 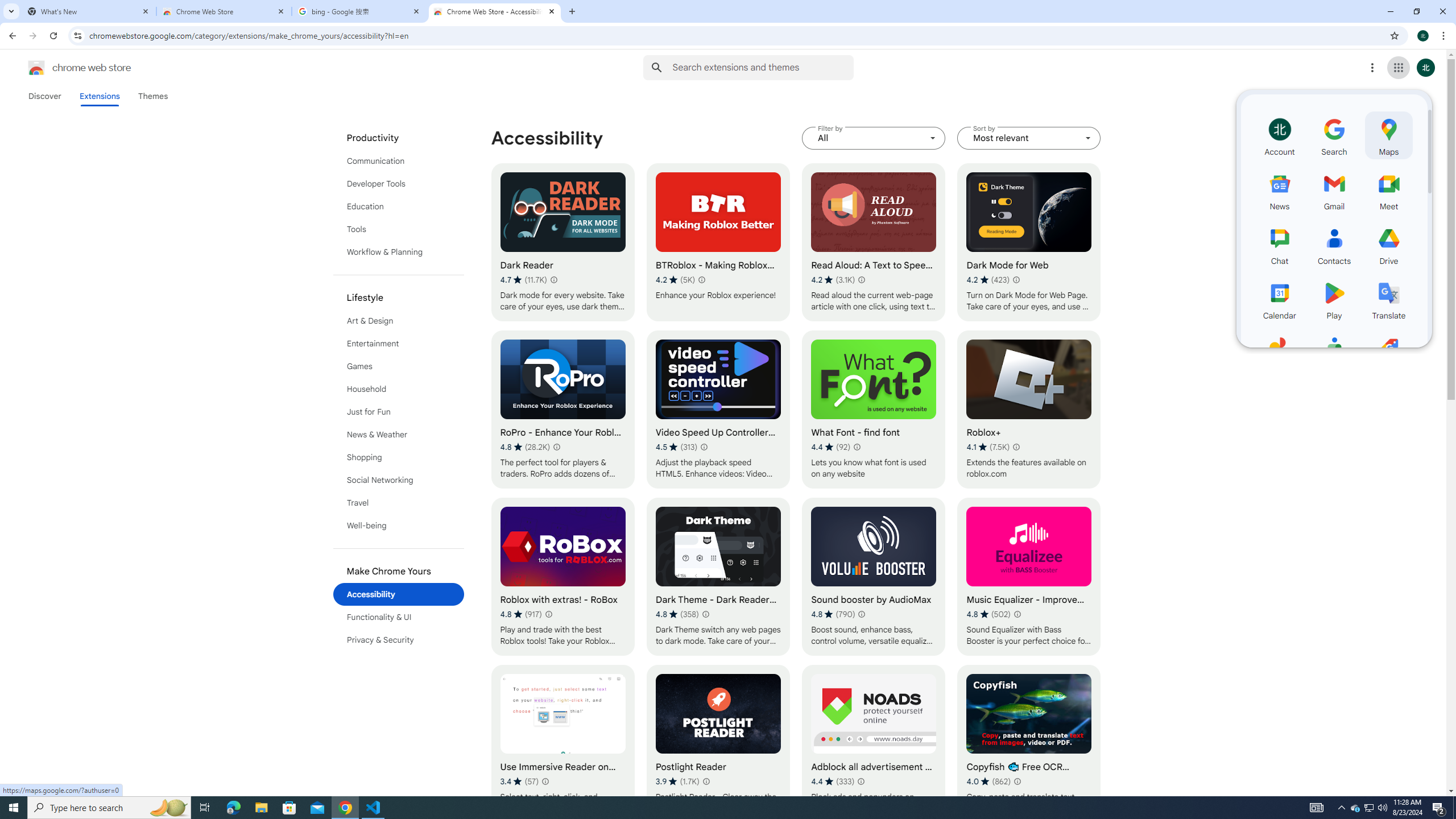 What do you see at coordinates (399, 433) in the screenshot?
I see `'News & Weather'` at bounding box center [399, 433].